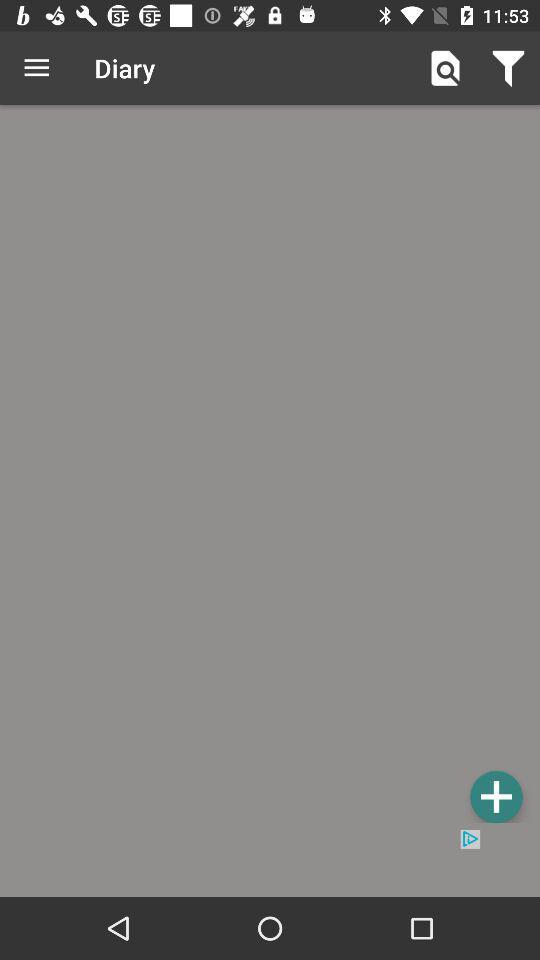 The width and height of the screenshot is (540, 960). What do you see at coordinates (445, 68) in the screenshot?
I see `the icon next to the diary item` at bounding box center [445, 68].